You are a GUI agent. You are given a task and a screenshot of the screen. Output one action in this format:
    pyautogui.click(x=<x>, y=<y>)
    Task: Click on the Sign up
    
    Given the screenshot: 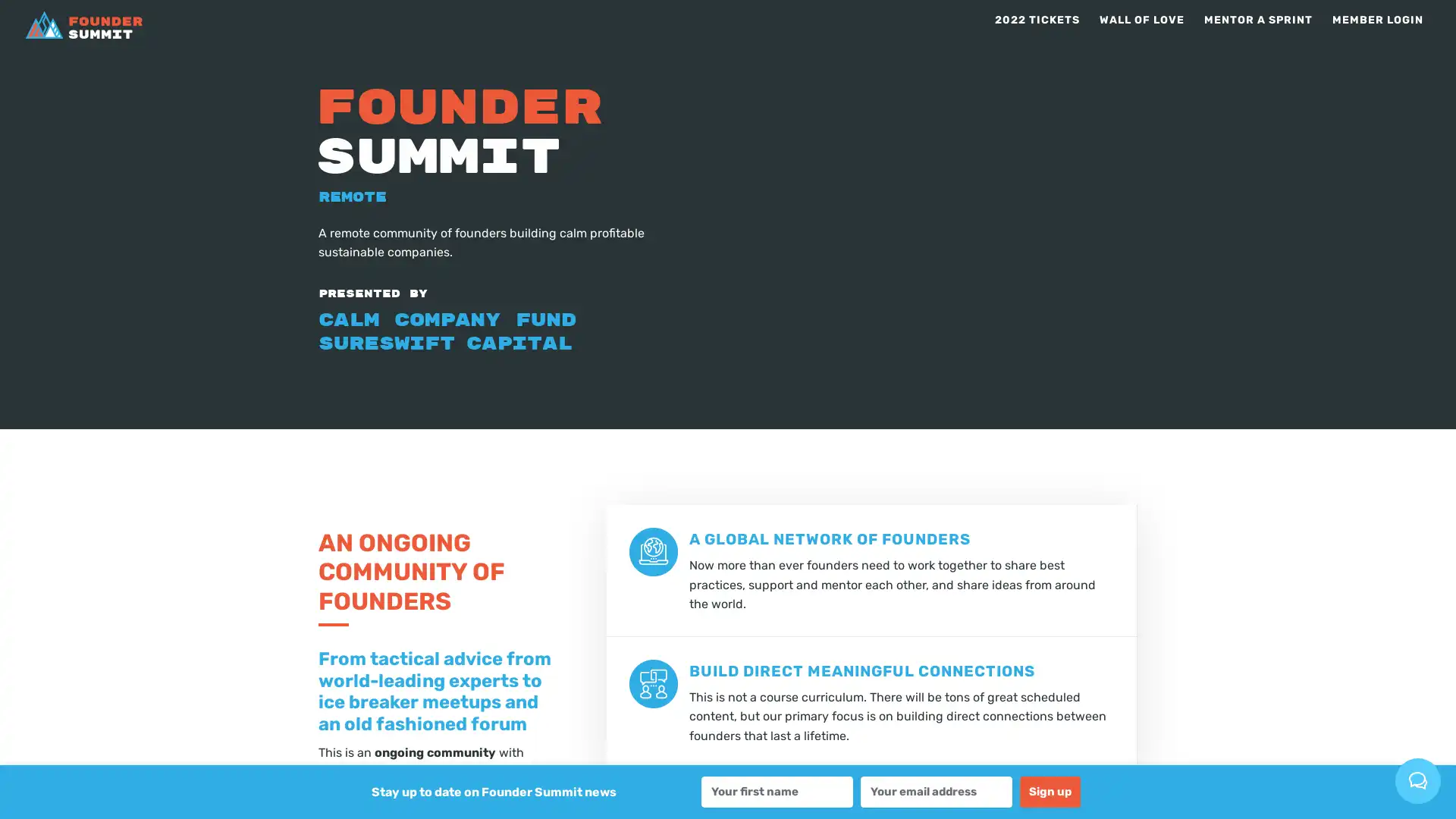 What is the action you would take?
    pyautogui.click(x=1050, y=791)
    